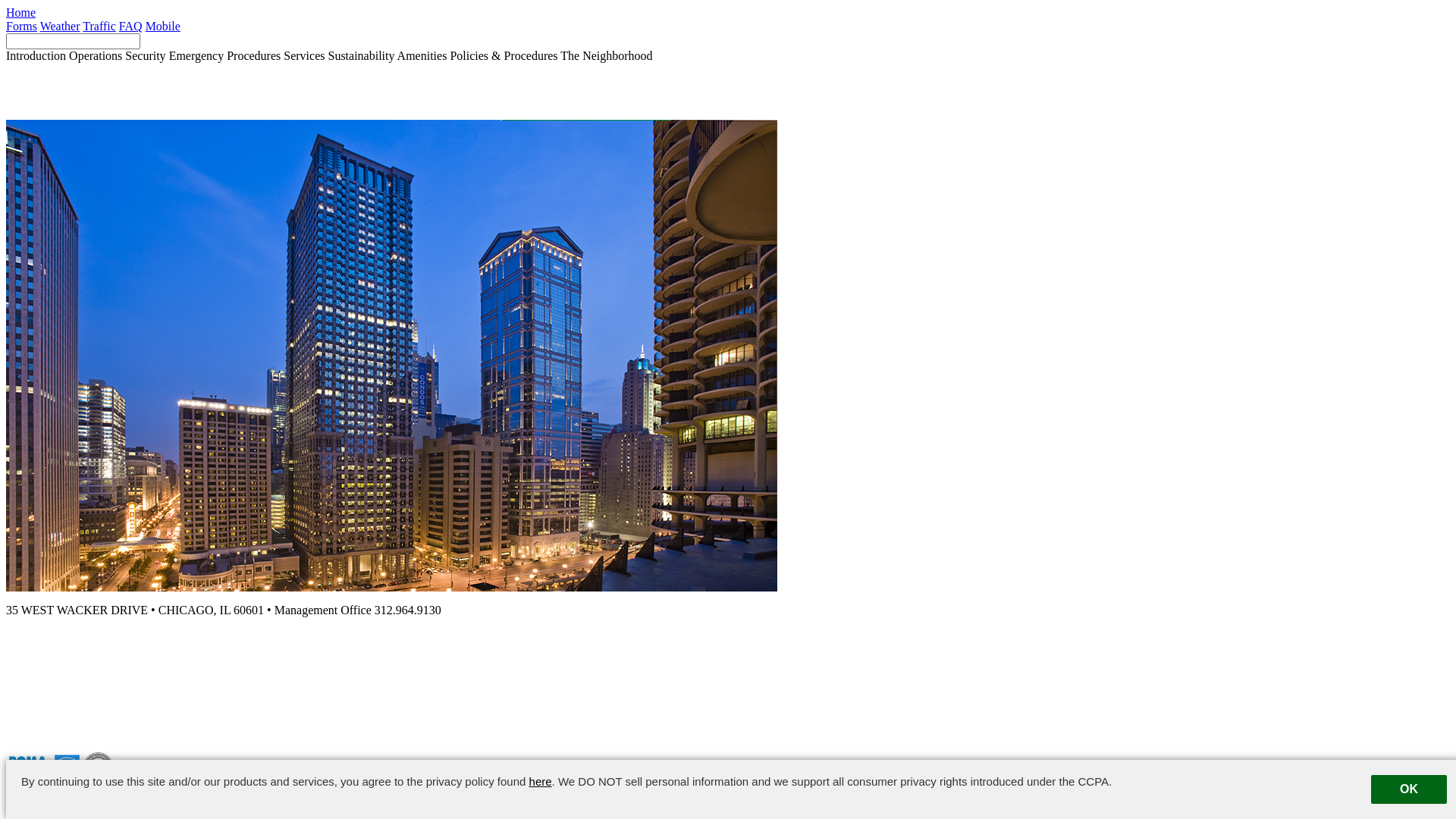  I want to click on 'Forms', so click(21, 26).